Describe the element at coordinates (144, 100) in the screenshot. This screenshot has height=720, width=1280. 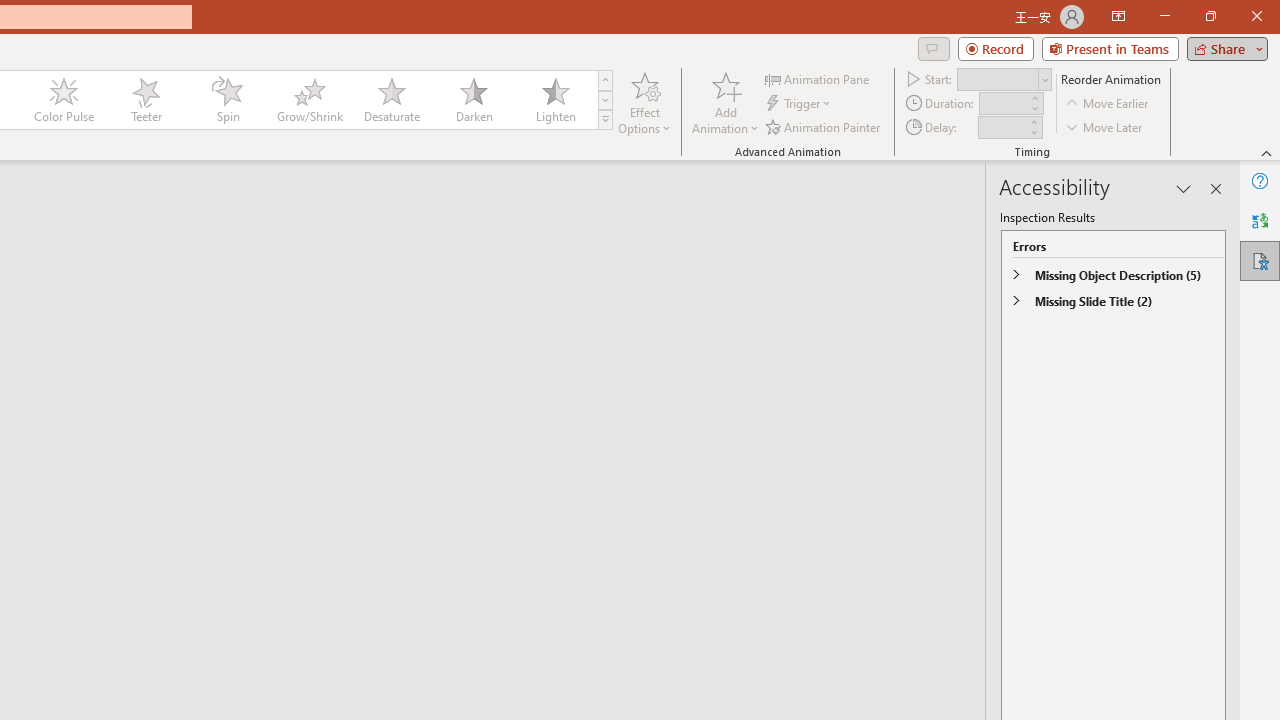
I see `'Teeter'` at that location.